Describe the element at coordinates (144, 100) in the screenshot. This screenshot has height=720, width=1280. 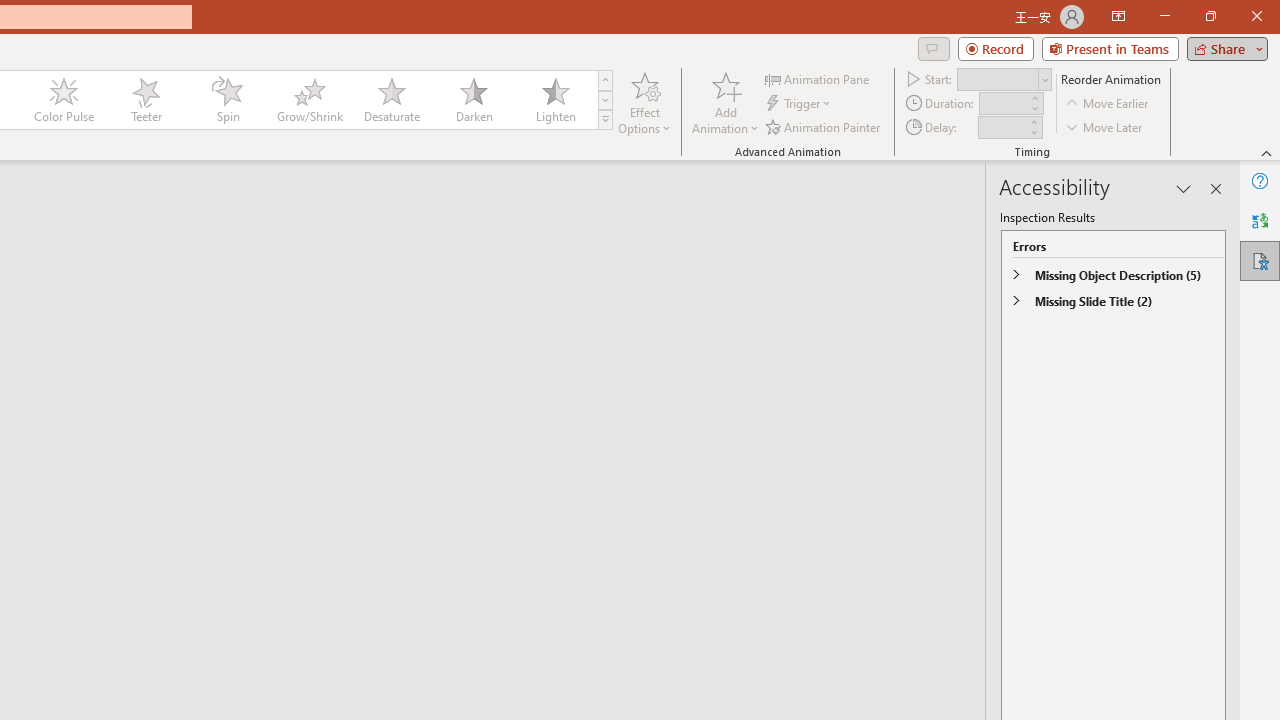
I see `'Teeter'` at that location.